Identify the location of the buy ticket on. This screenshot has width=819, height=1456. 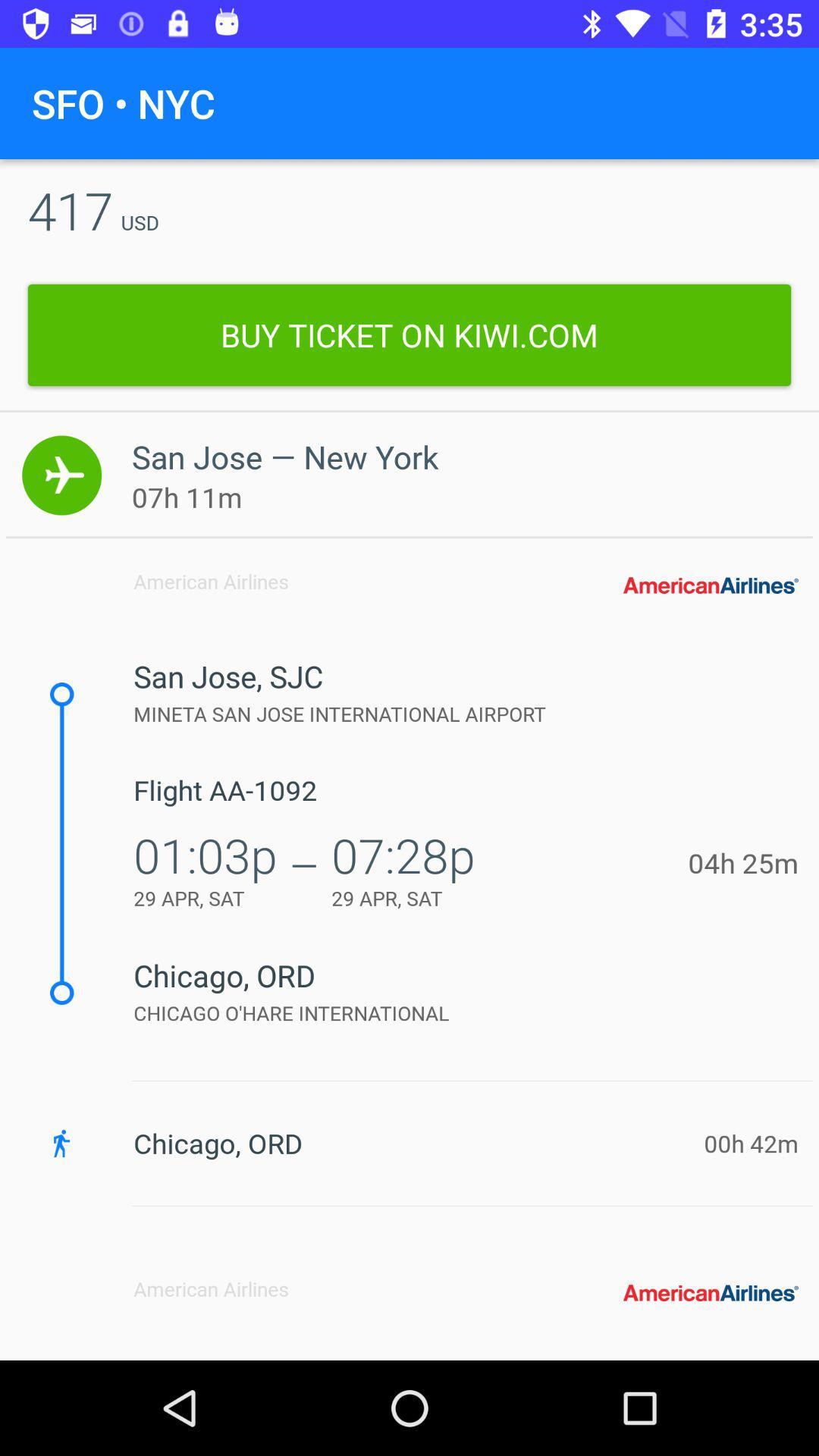
(409, 334).